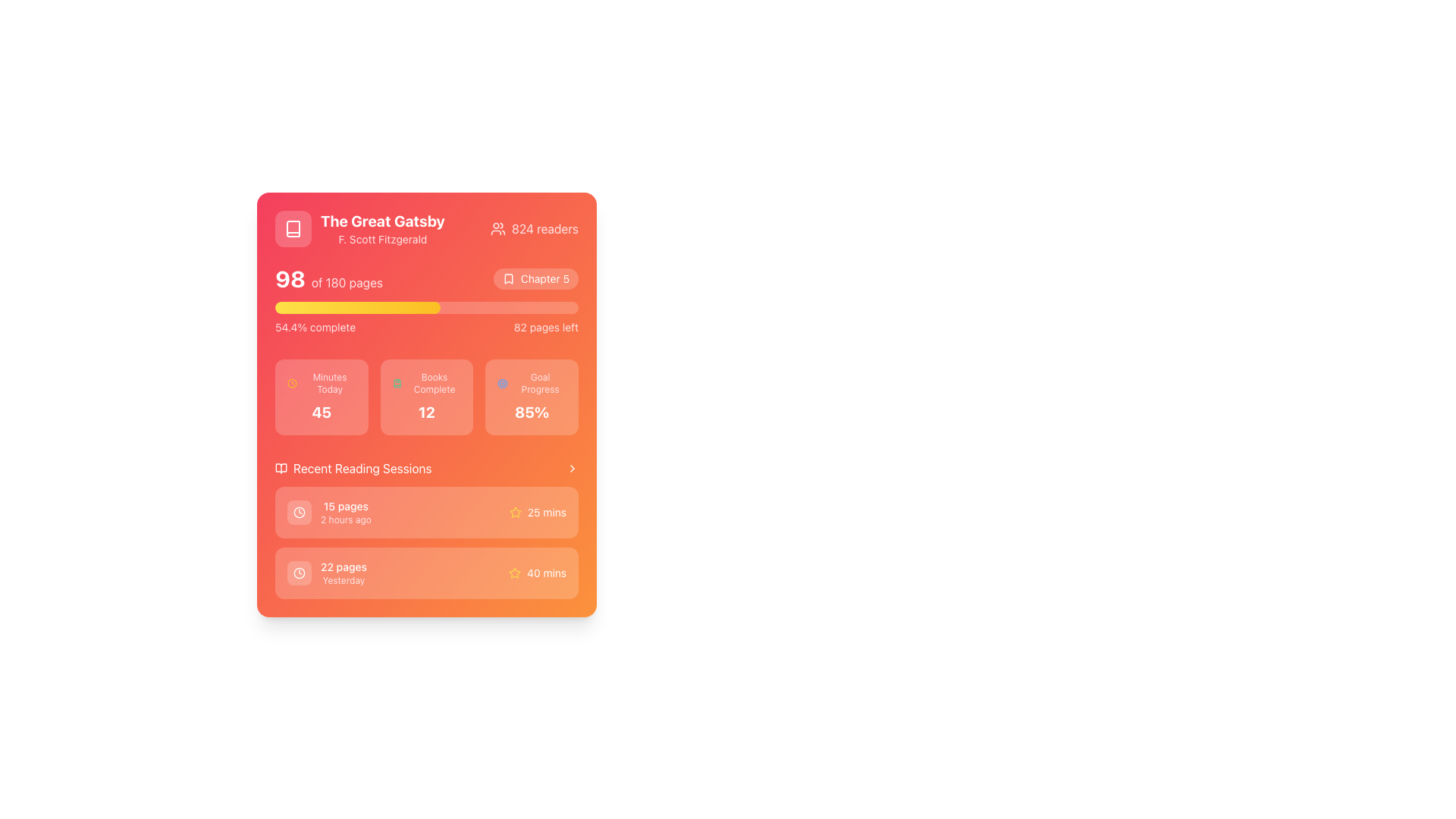 This screenshot has height=819, width=1456. What do you see at coordinates (293, 228) in the screenshot?
I see `the book icon, which is styled in white and positioned to the left of the text 'The Great Gatsby' on the user interface card` at bounding box center [293, 228].